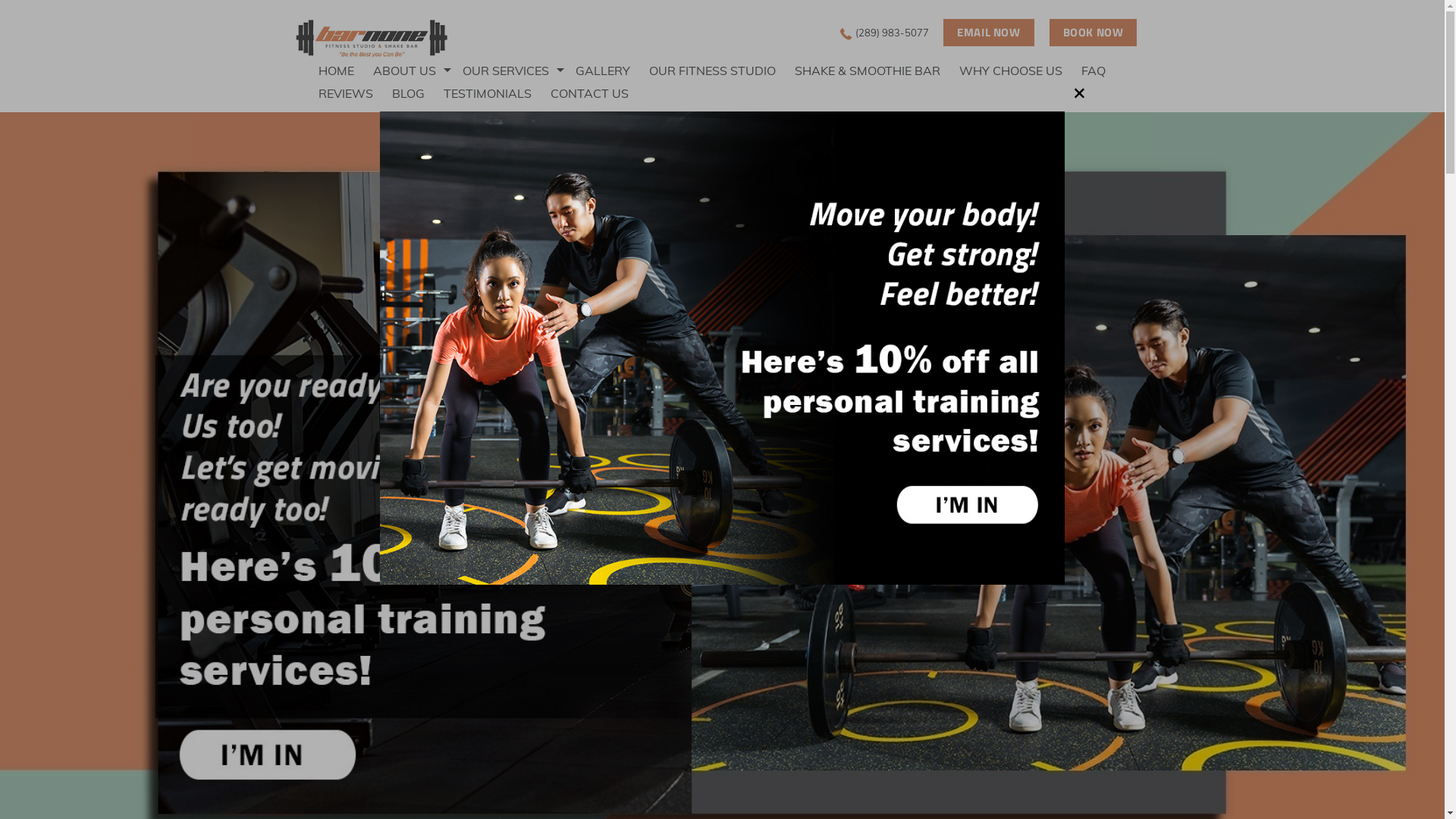  I want to click on 'TESTIMONIALS', so click(497, 93).